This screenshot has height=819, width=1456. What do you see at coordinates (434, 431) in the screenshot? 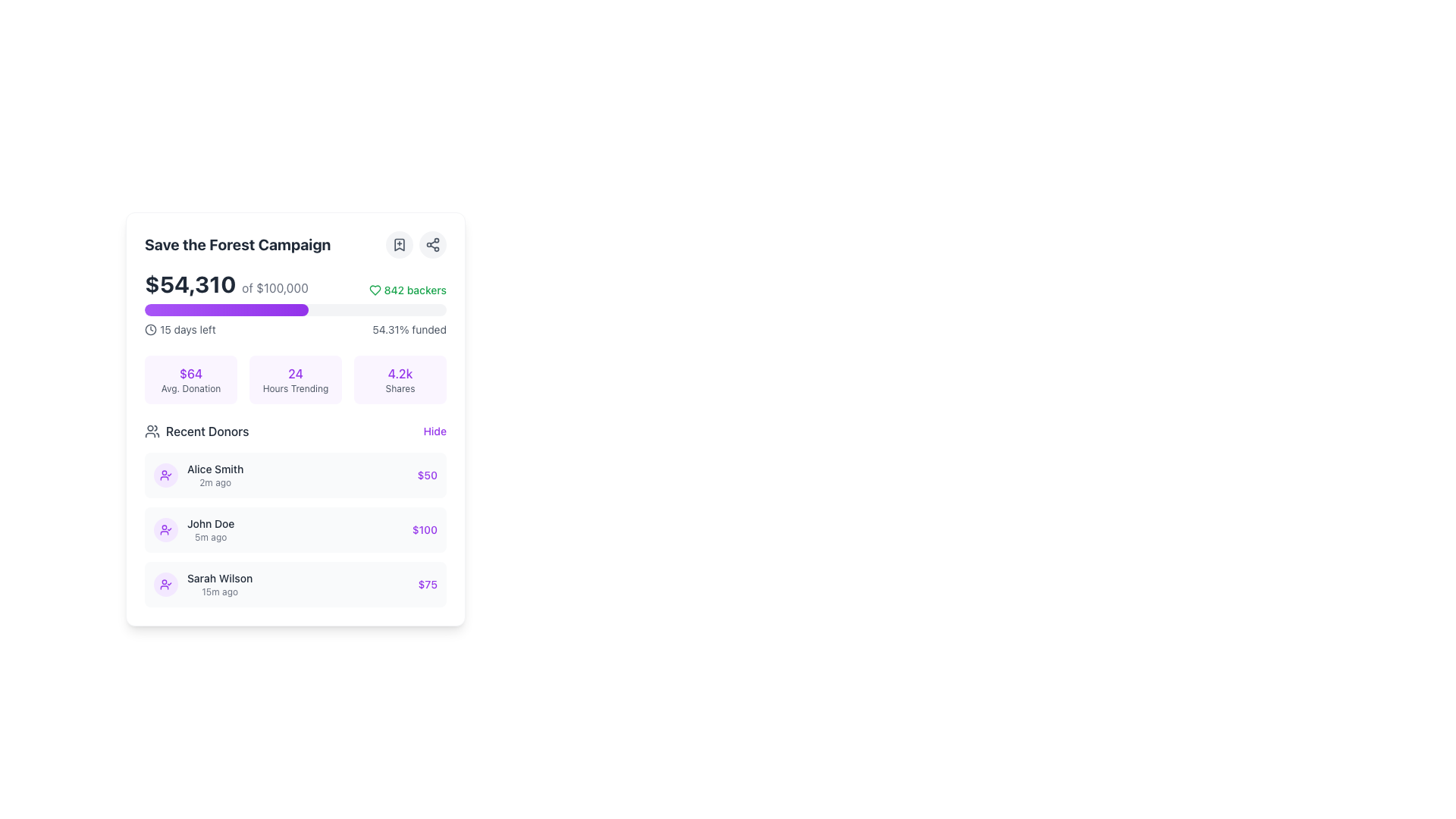
I see `the button located at the top-right corner of the 'Recent Donors' section to change the text color` at bounding box center [434, 431].